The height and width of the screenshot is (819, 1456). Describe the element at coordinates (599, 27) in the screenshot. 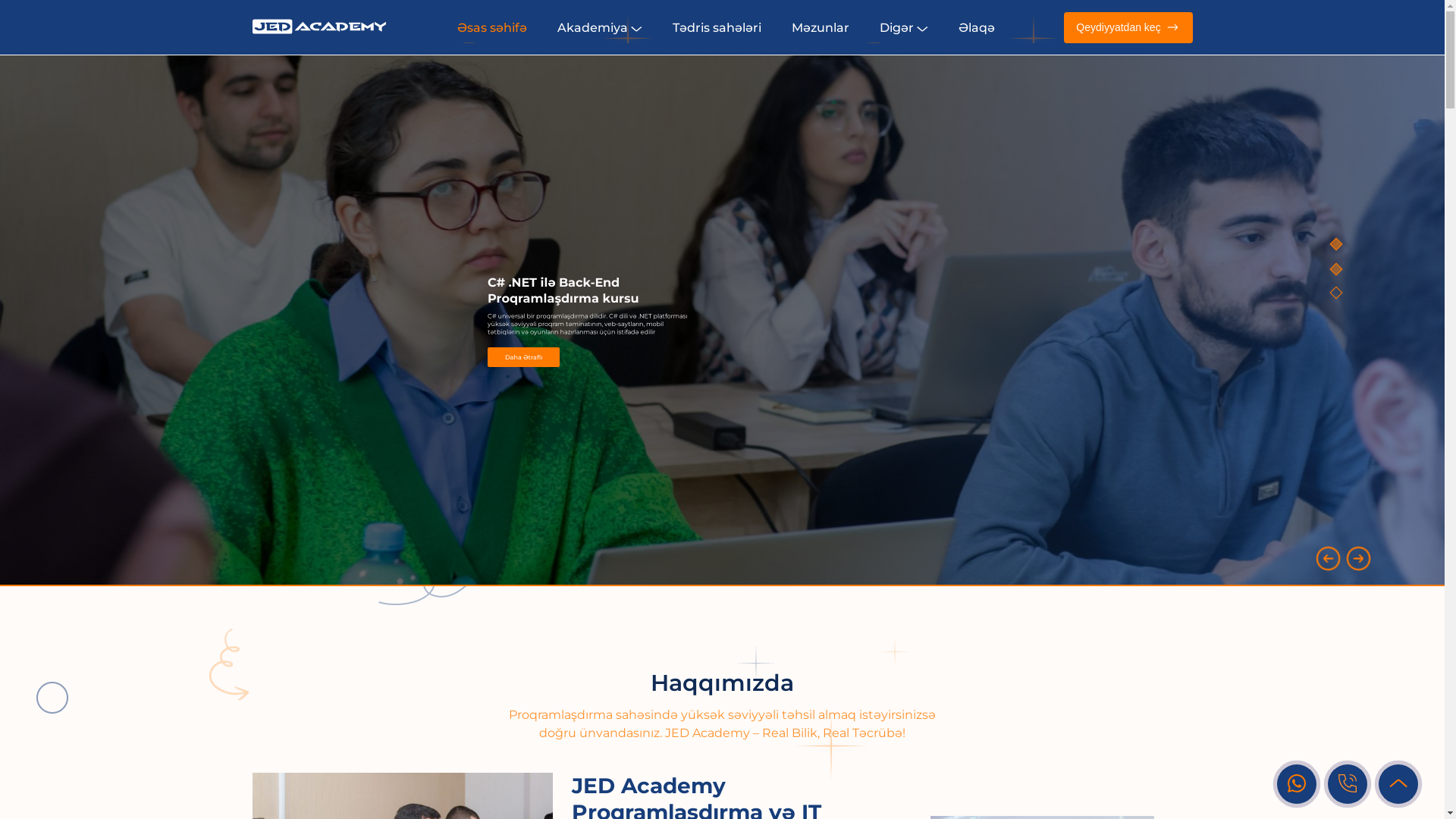

I see `'Akademiya'` at that location.